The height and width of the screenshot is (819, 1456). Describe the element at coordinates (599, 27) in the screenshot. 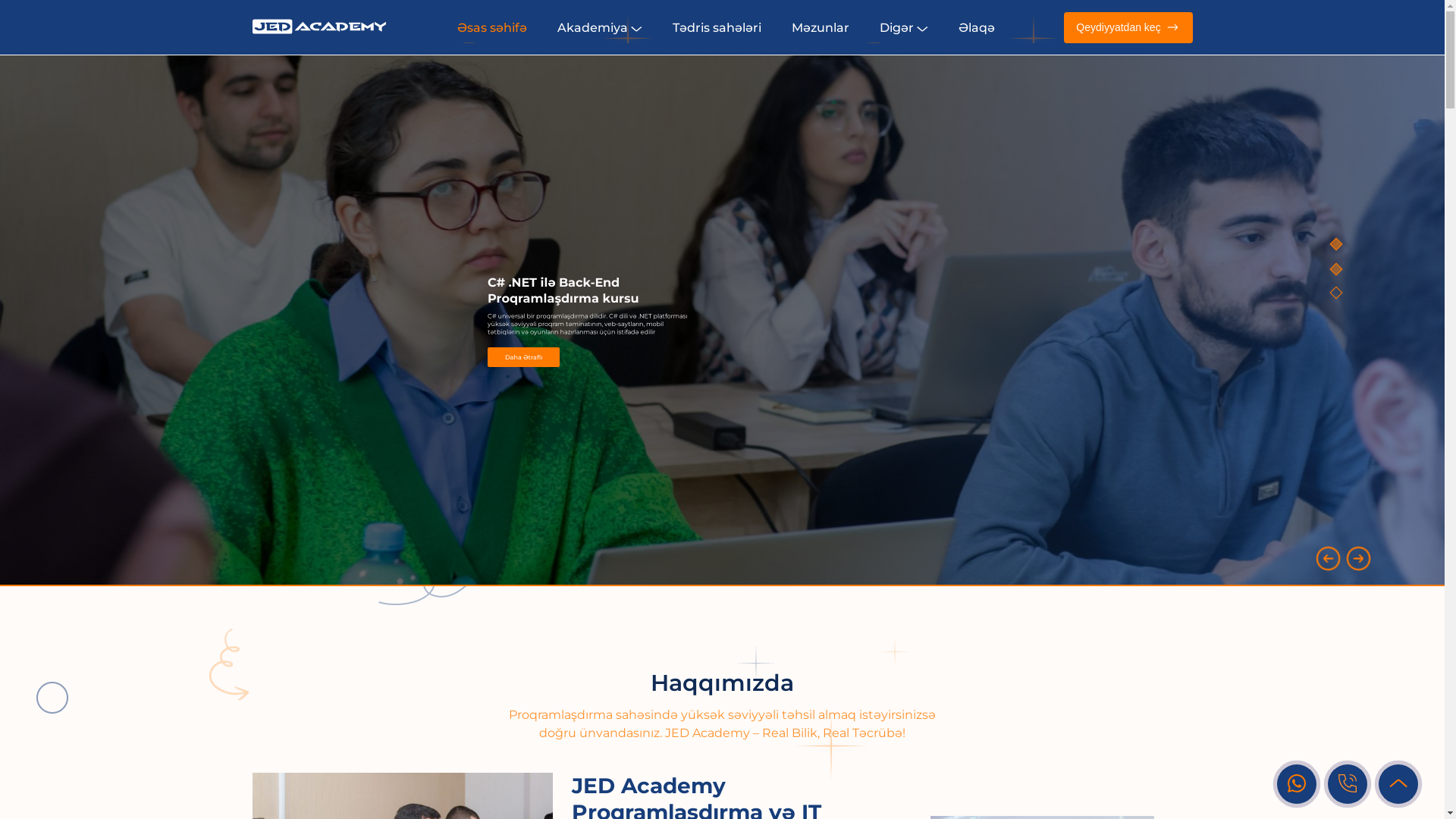

I see `'Akademiya'` at that location.